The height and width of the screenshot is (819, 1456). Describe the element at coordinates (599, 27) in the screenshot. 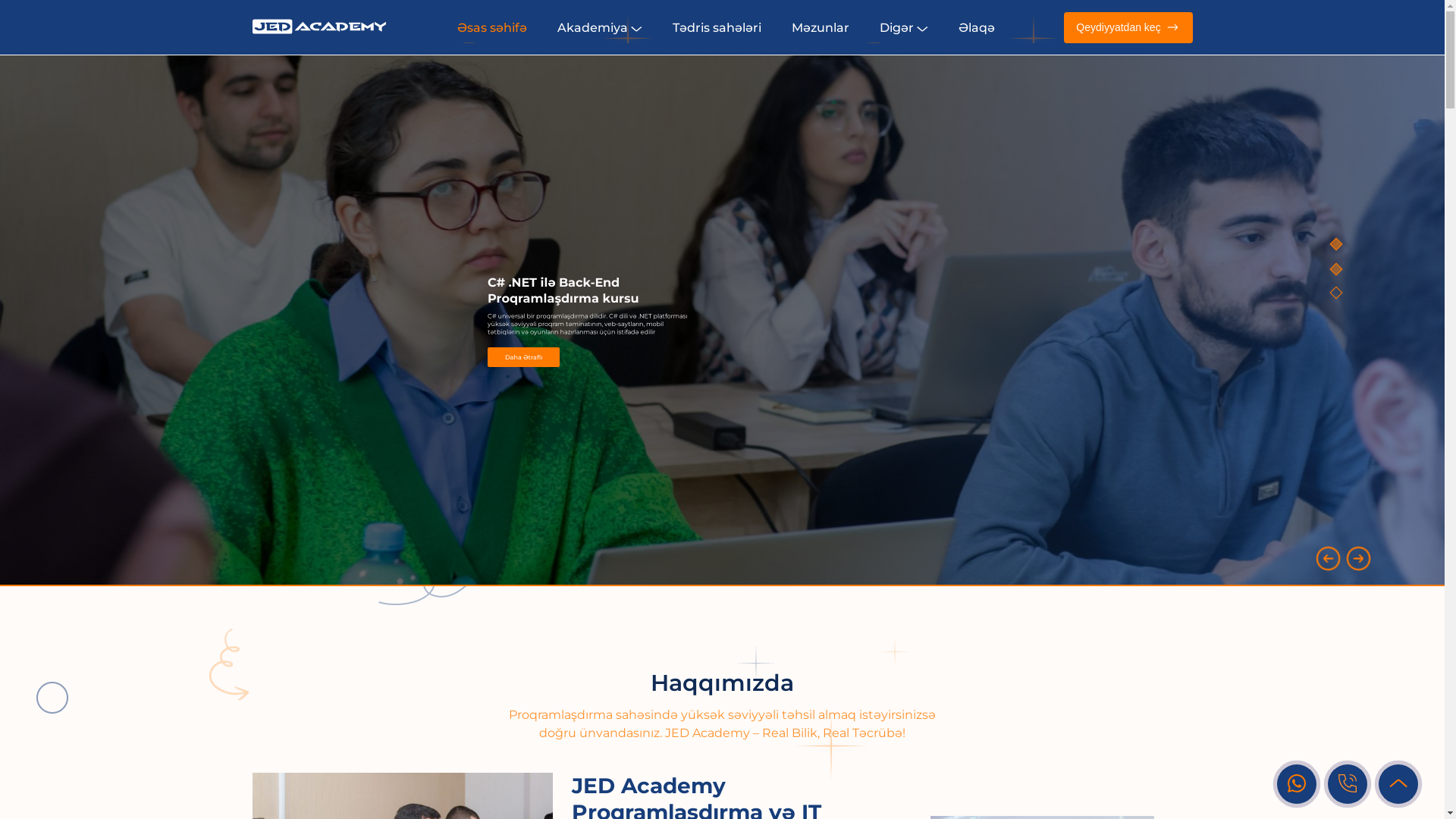

I see `'Akademiya'` at that location.